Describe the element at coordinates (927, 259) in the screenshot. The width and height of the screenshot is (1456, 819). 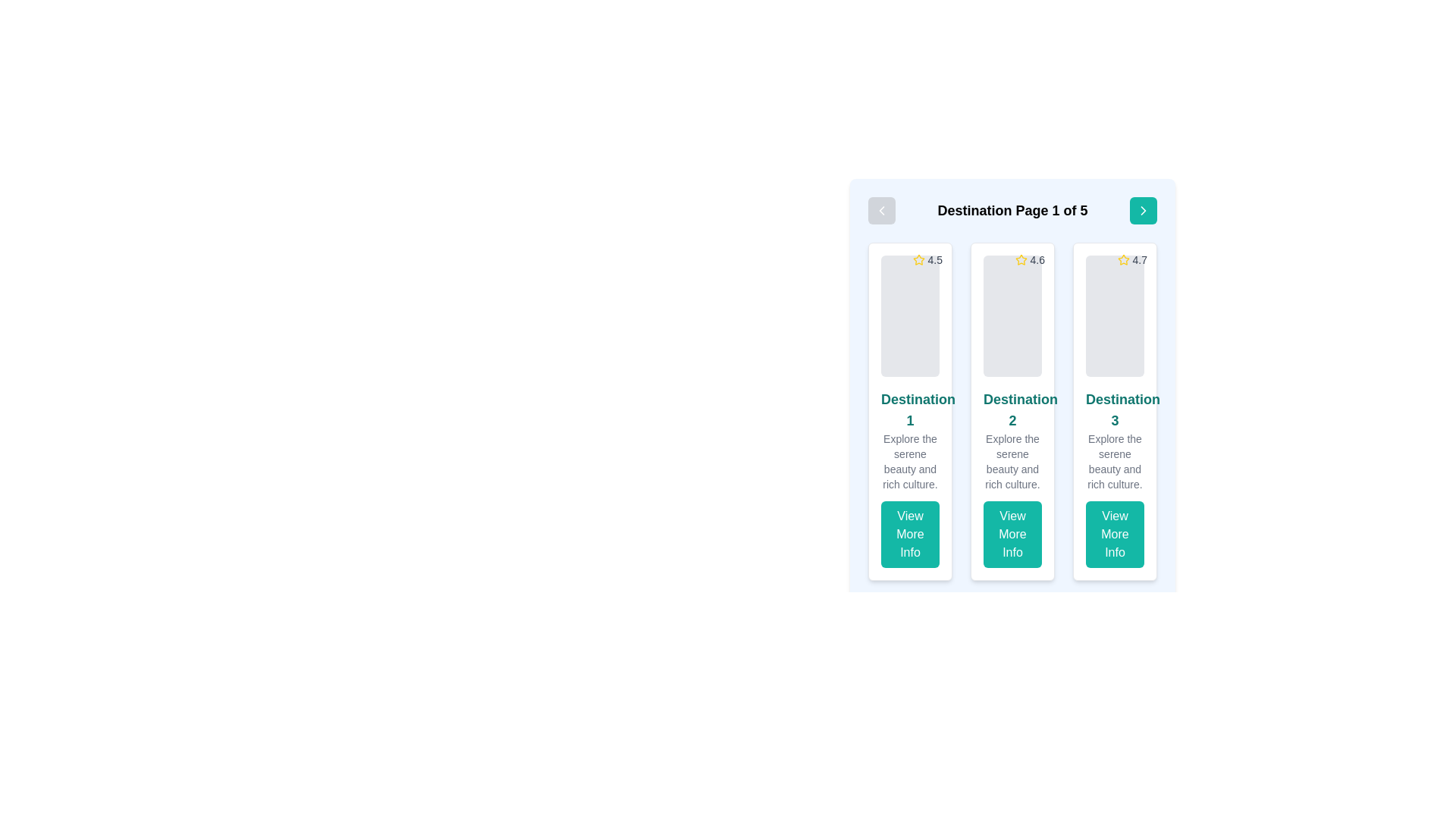
I see `the rating display element consisting of a yellow star icon followed by the text '4.5', located in the upper-right corner of the card labeled 'Destination 1'` at that location.